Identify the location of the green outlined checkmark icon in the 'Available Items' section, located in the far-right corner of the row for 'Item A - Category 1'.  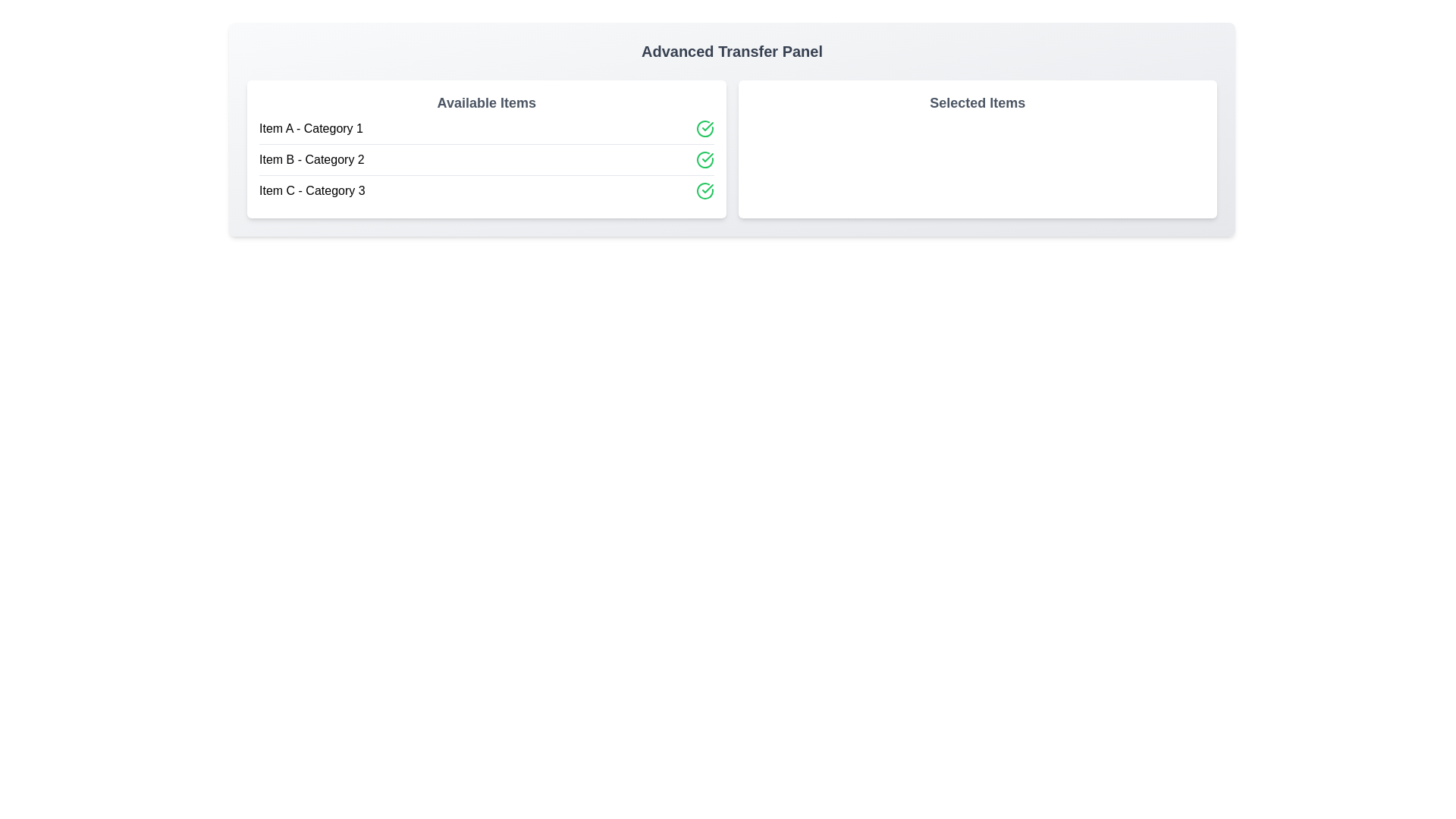
(704, 127).